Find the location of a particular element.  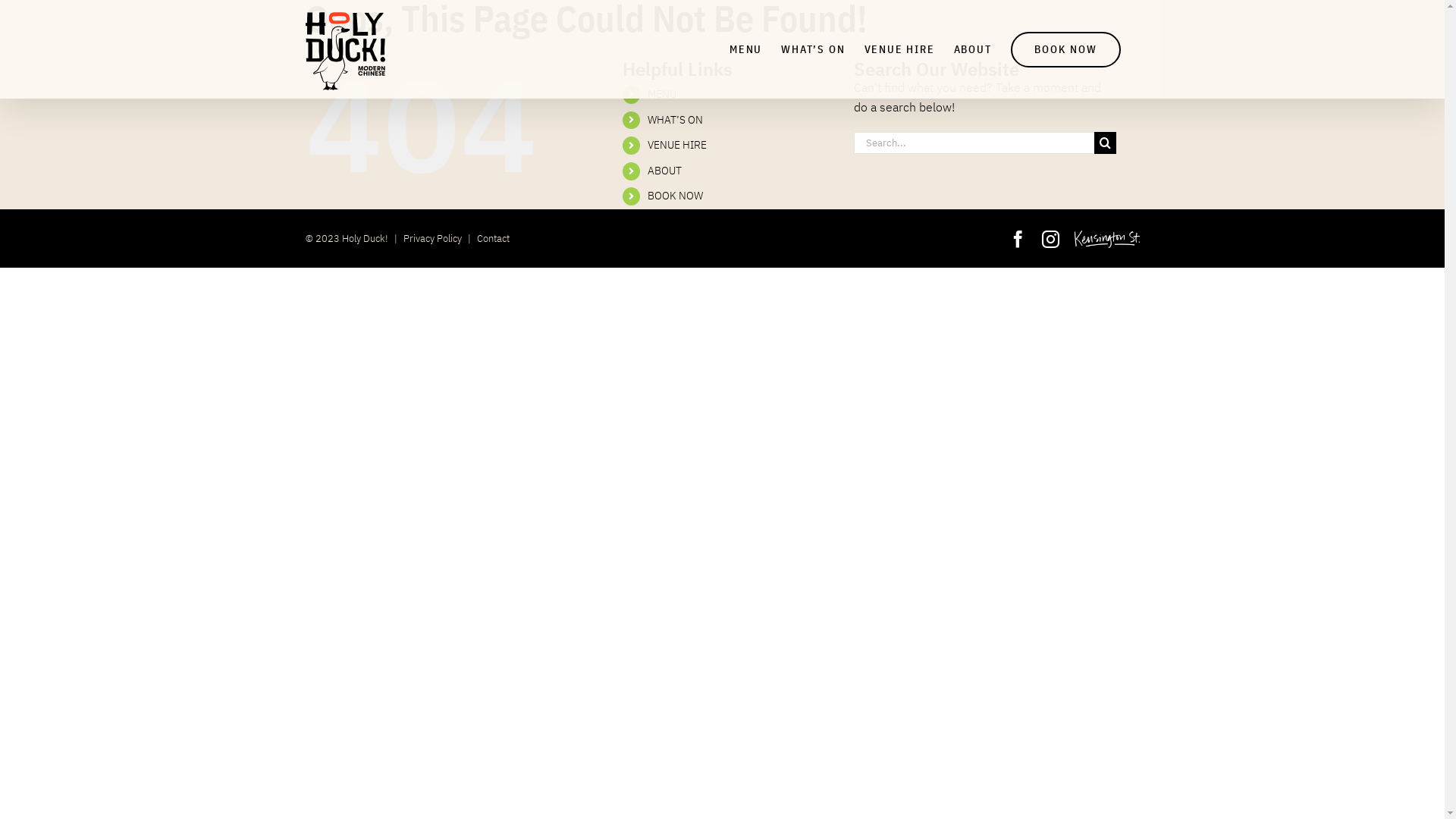

'Privacy Policy' is located at coordinates (403, 238).